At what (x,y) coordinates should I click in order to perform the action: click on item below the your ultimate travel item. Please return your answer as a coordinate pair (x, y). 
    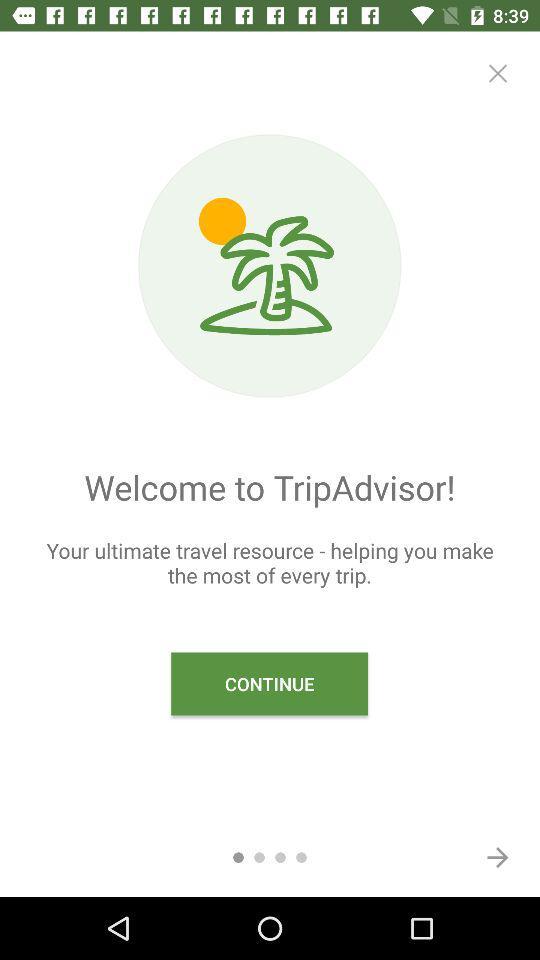
    Looking at the image, I should click on (269, 684).